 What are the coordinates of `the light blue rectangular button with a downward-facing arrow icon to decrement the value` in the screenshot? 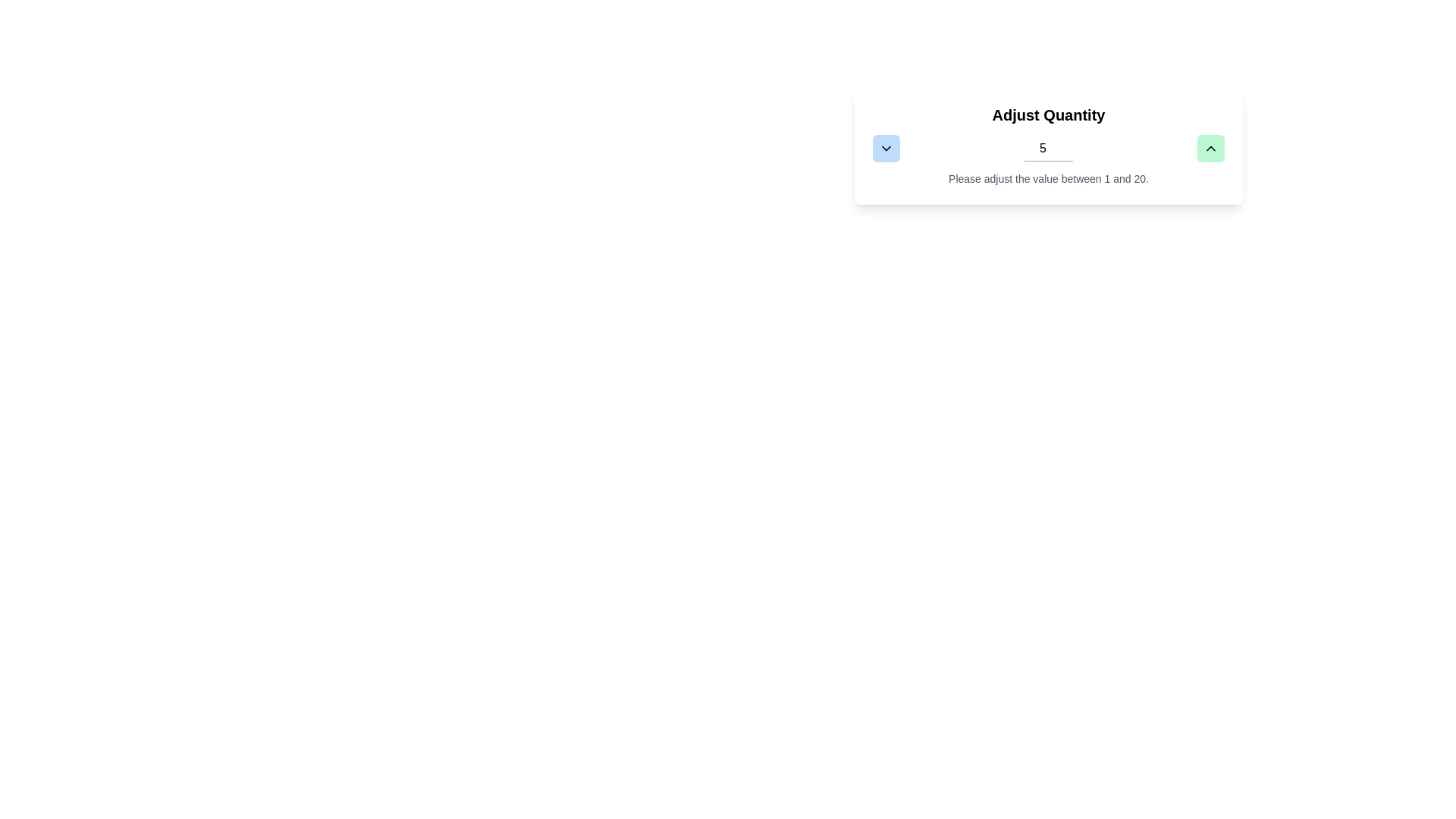 It's located at (886, 149).